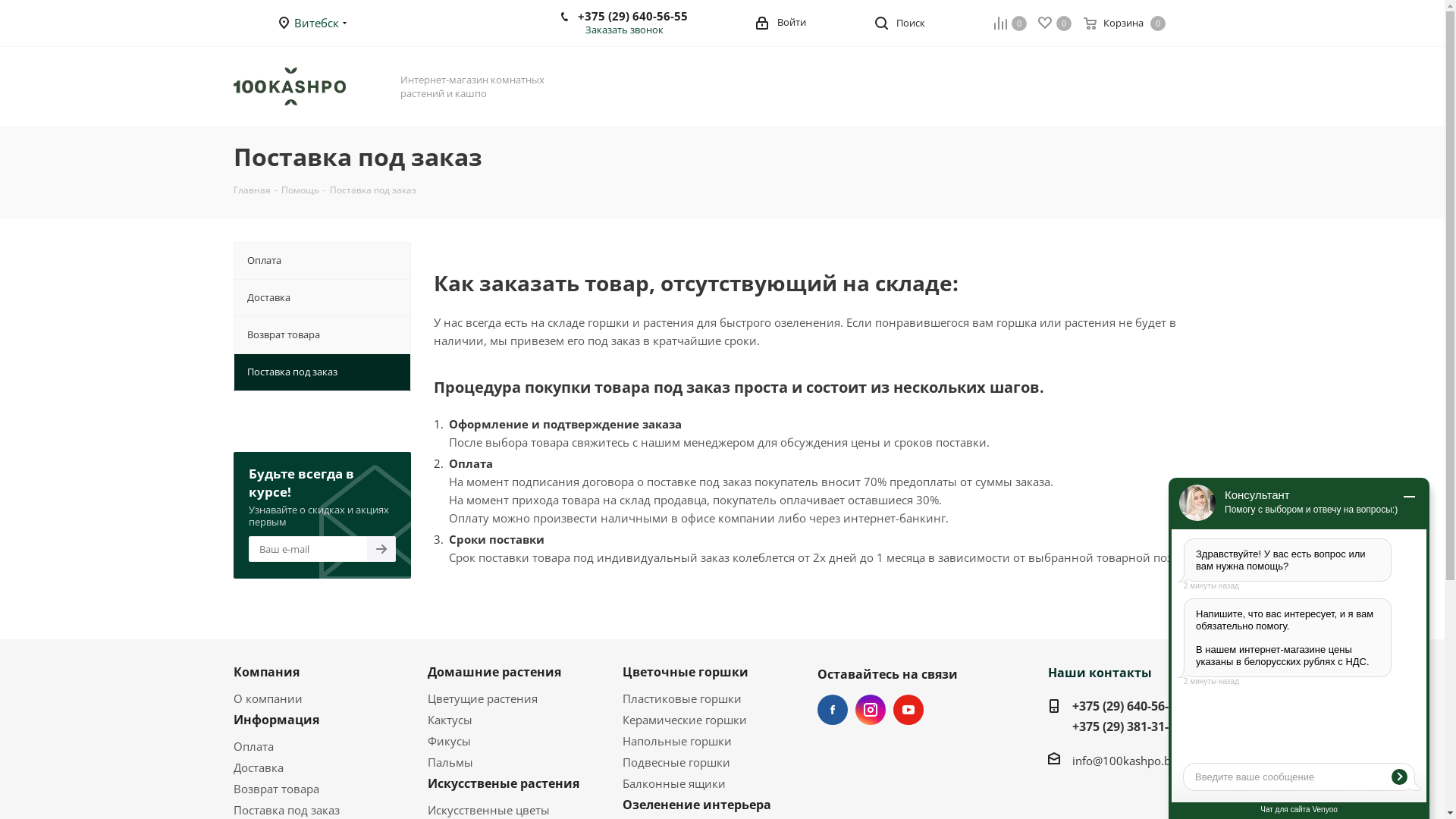  What do you see at coordinates (1129, 725) in the screenshot?
I see `'+375 (29) 381-31-49'` at bounding box center [1129, 725].